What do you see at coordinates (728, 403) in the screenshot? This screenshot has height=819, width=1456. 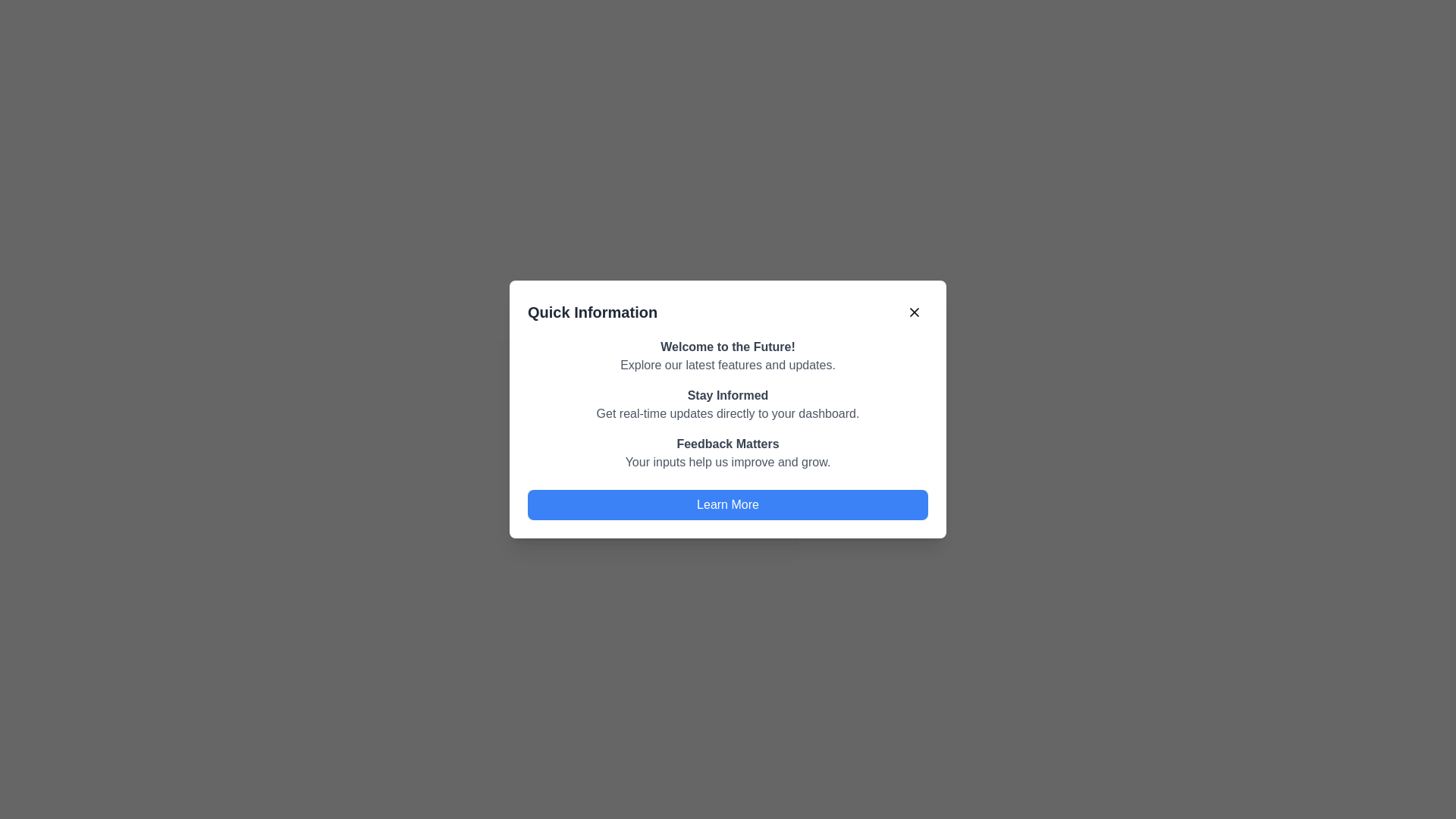 I see `the text block that says 'Stay Informed' and 'Get real-time updates directly to your dashboard', which is centrally placed in the 'Quick Information' dialog` at bounding box center [728, 403].